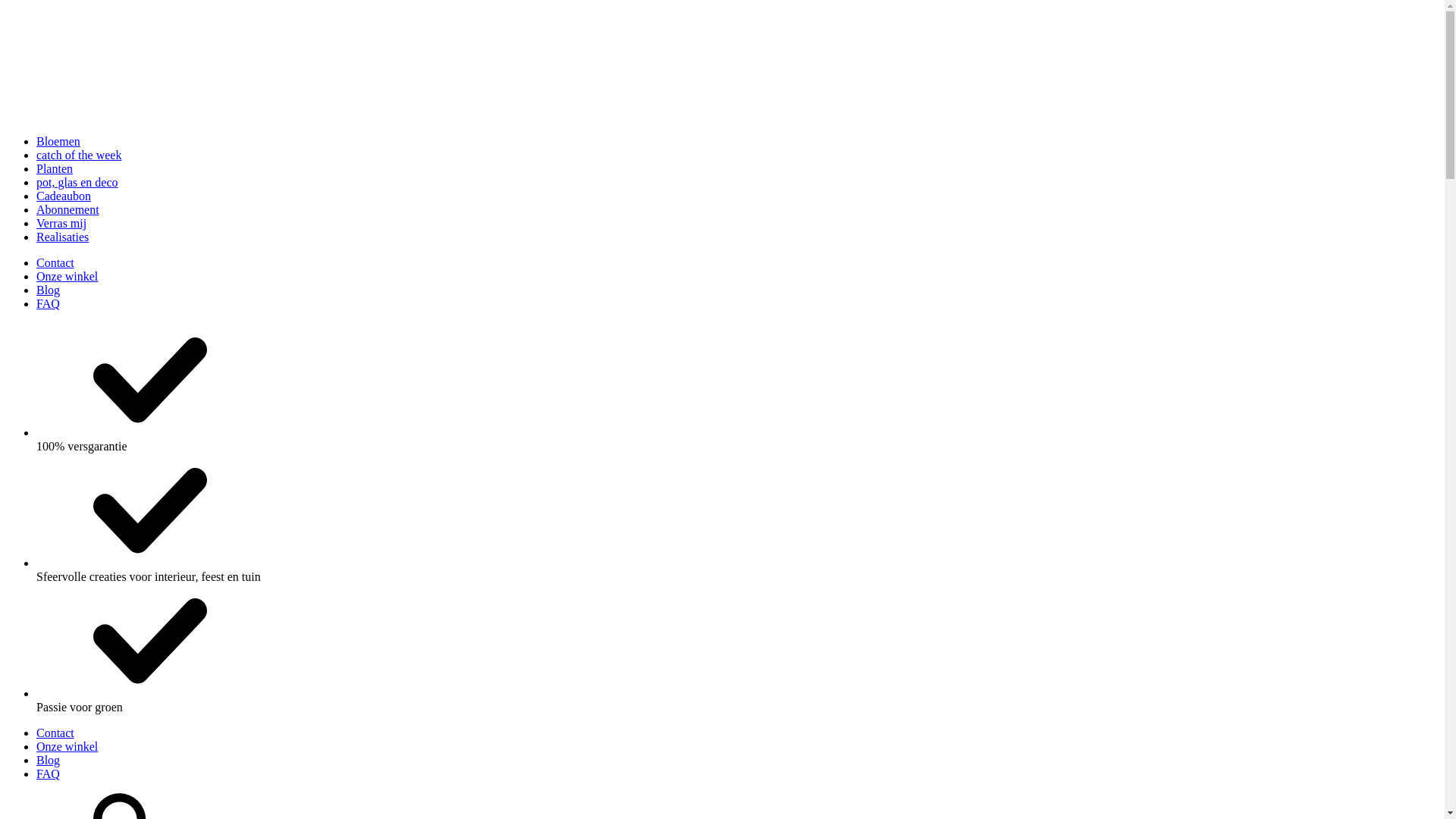 The width and height of the screenshot is (1456, 819). What do you see at coordinates (55, 732) in the screenshot?
I see `'Contact'` at bounding box center [55, 732].